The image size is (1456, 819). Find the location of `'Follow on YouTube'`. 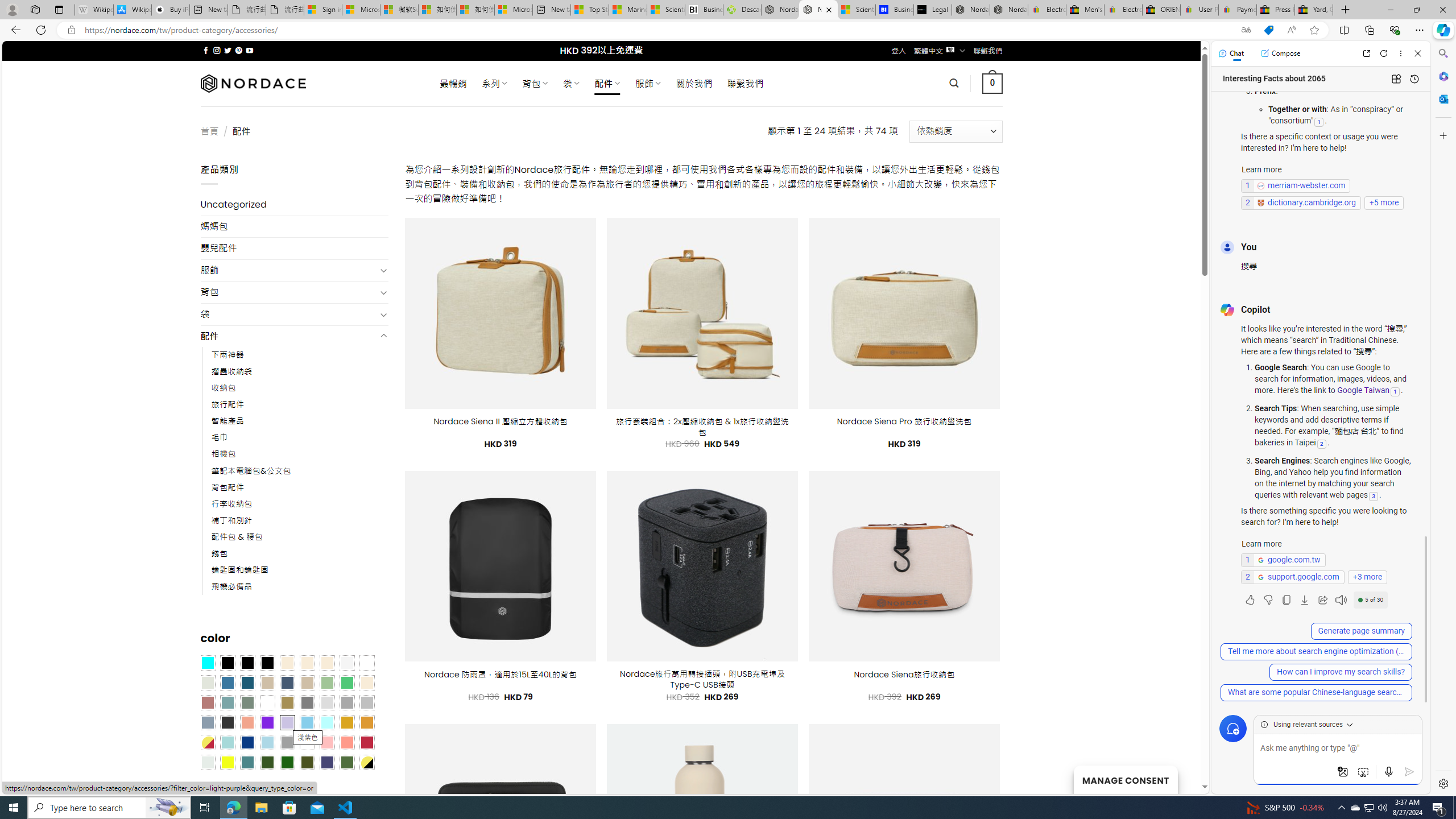

'Follow on YouTube' is located at coordinates (250, 50).